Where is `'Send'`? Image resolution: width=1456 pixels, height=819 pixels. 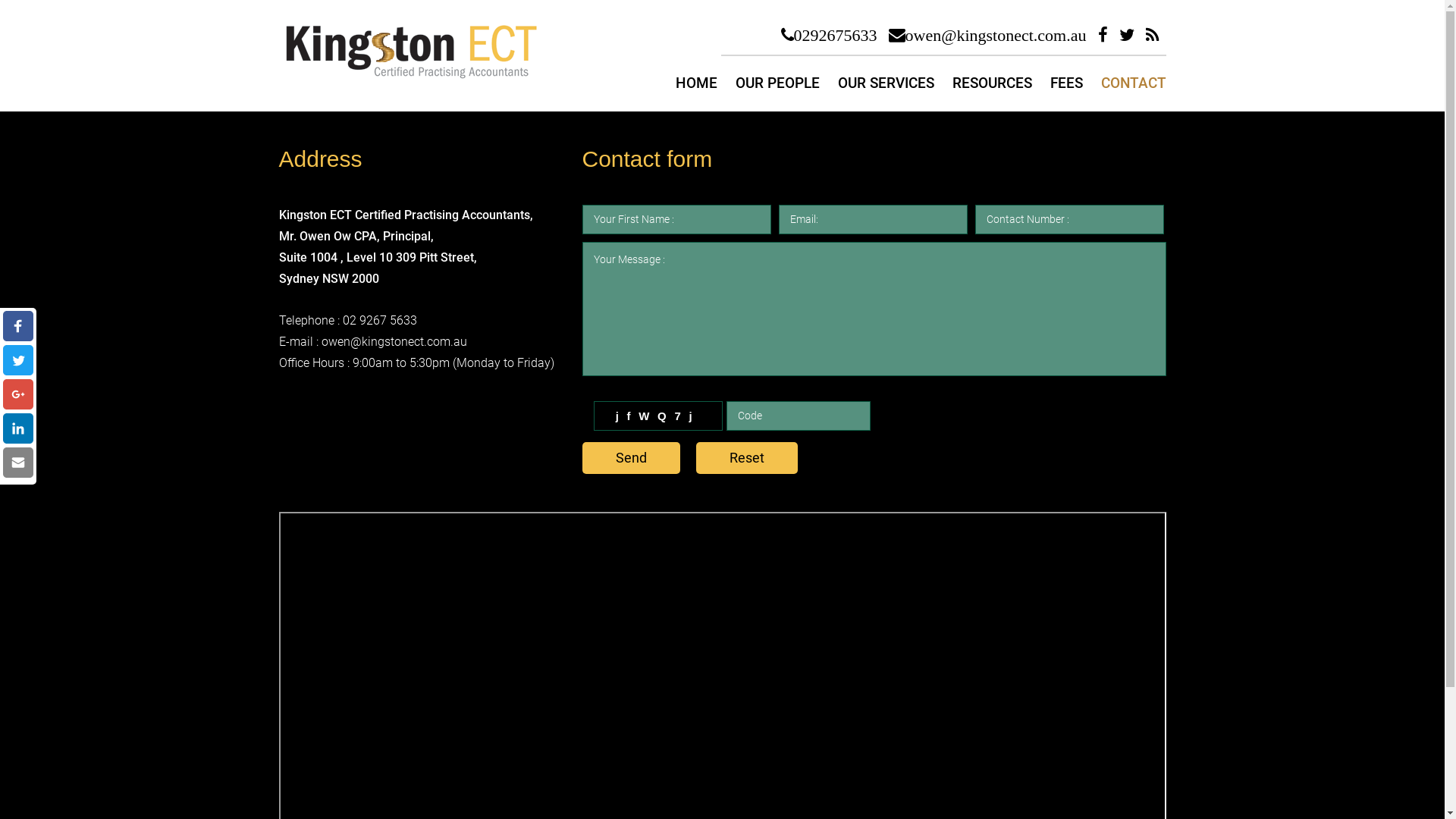 'Send' is located at coordinates (631, 457).